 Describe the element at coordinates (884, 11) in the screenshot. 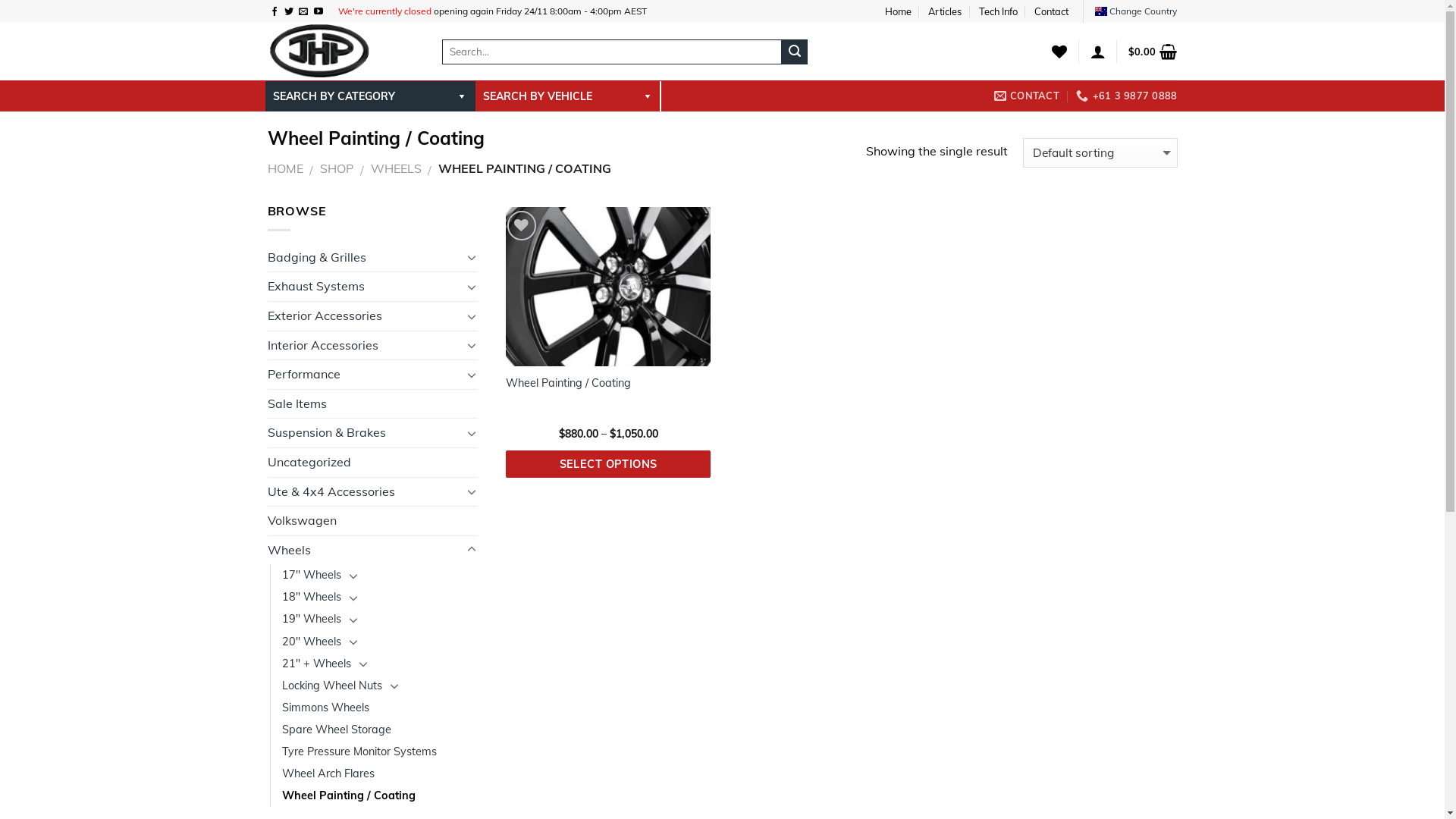

I see `'Home'` at that location.